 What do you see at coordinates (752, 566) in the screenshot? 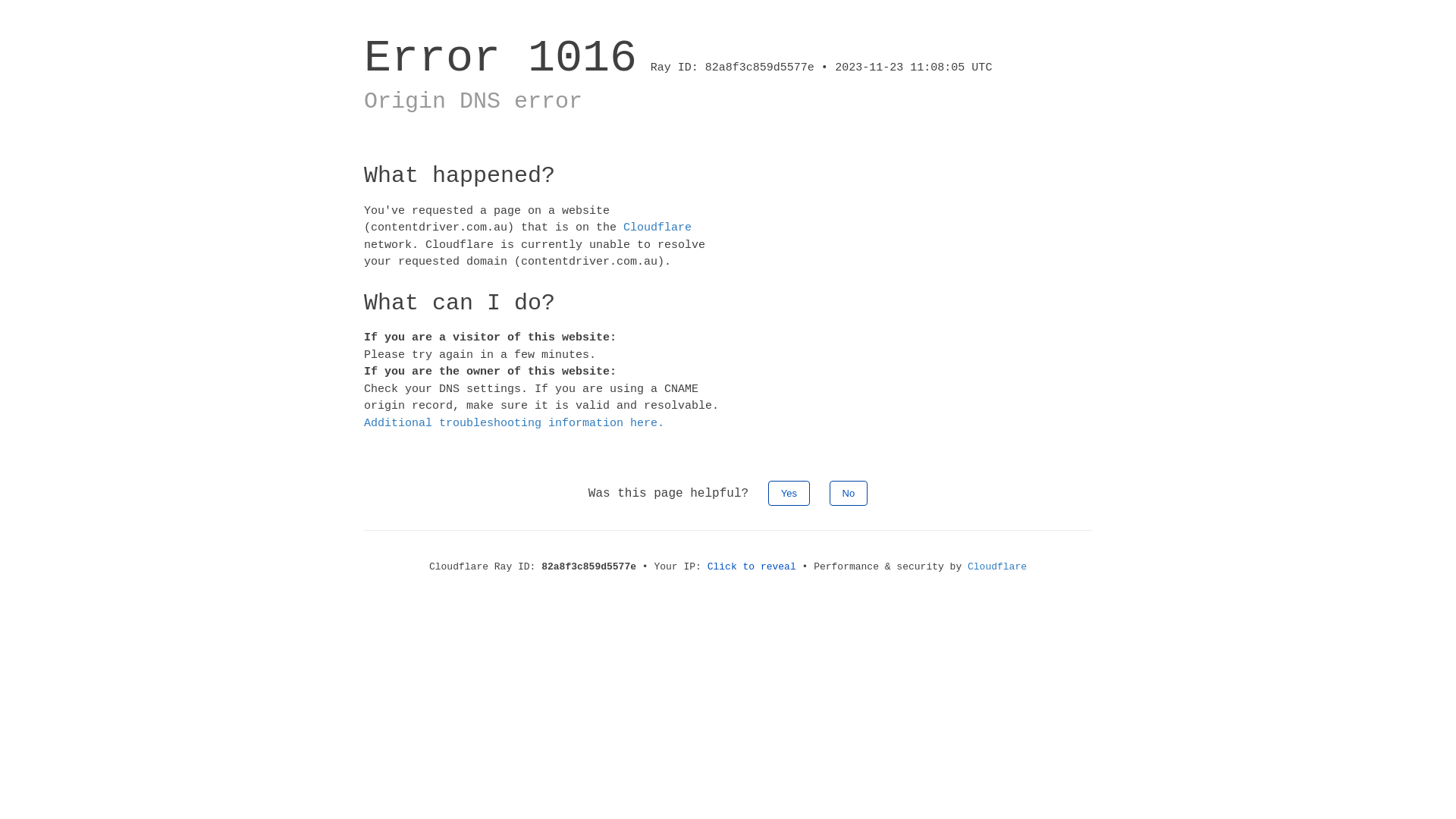
I see `'Click to reveal'` at bounding box center [752, 566].